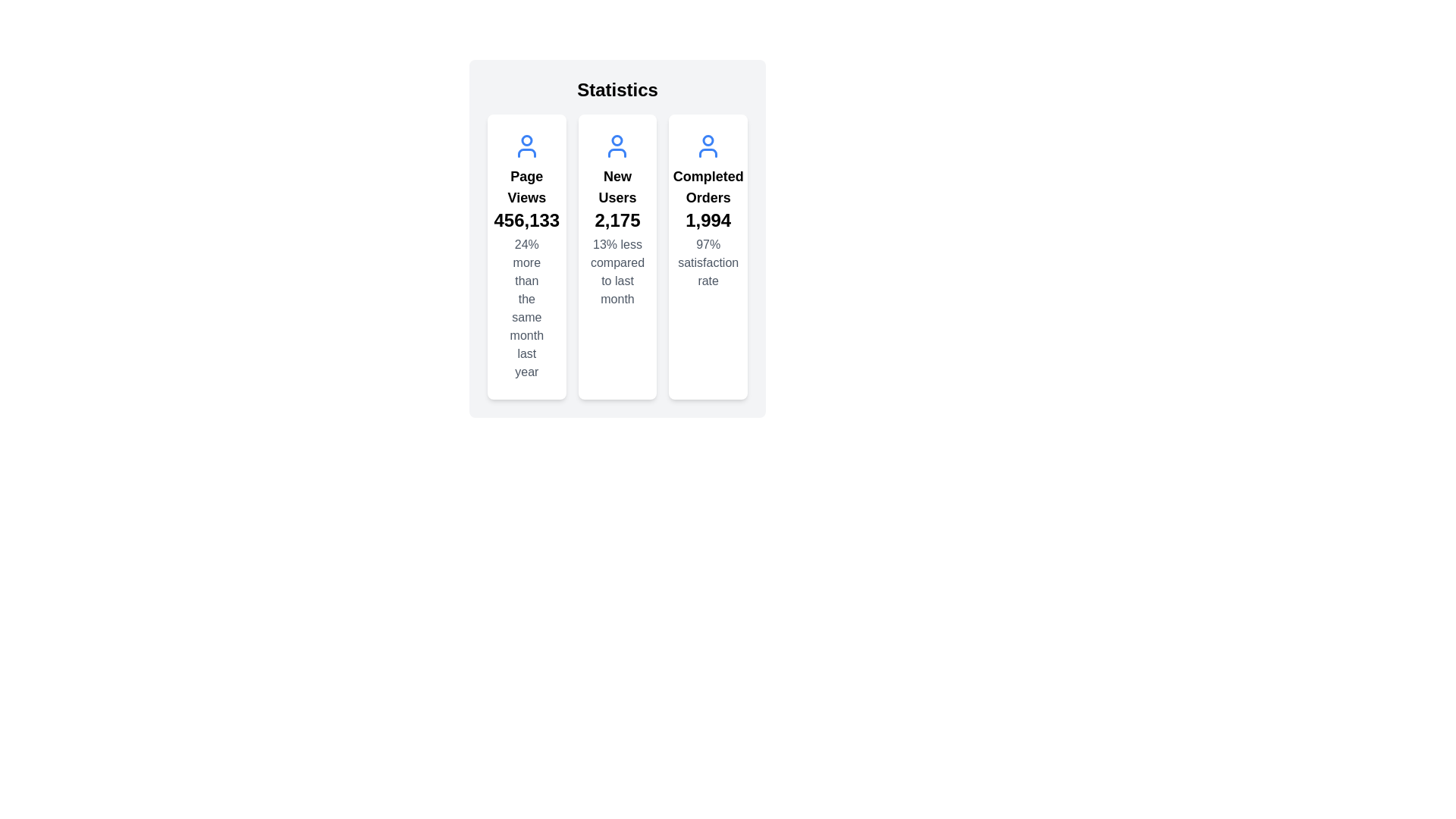 The width and height of the screenshot is (1456, 819). Describe the element at coordinates (526, 146) in the screenshot. I see `the icon that visually communicates user-related statistics on the card labeled 'Page Views', positioned centrally at the top of the card above the text 'Page Views'` at that location.